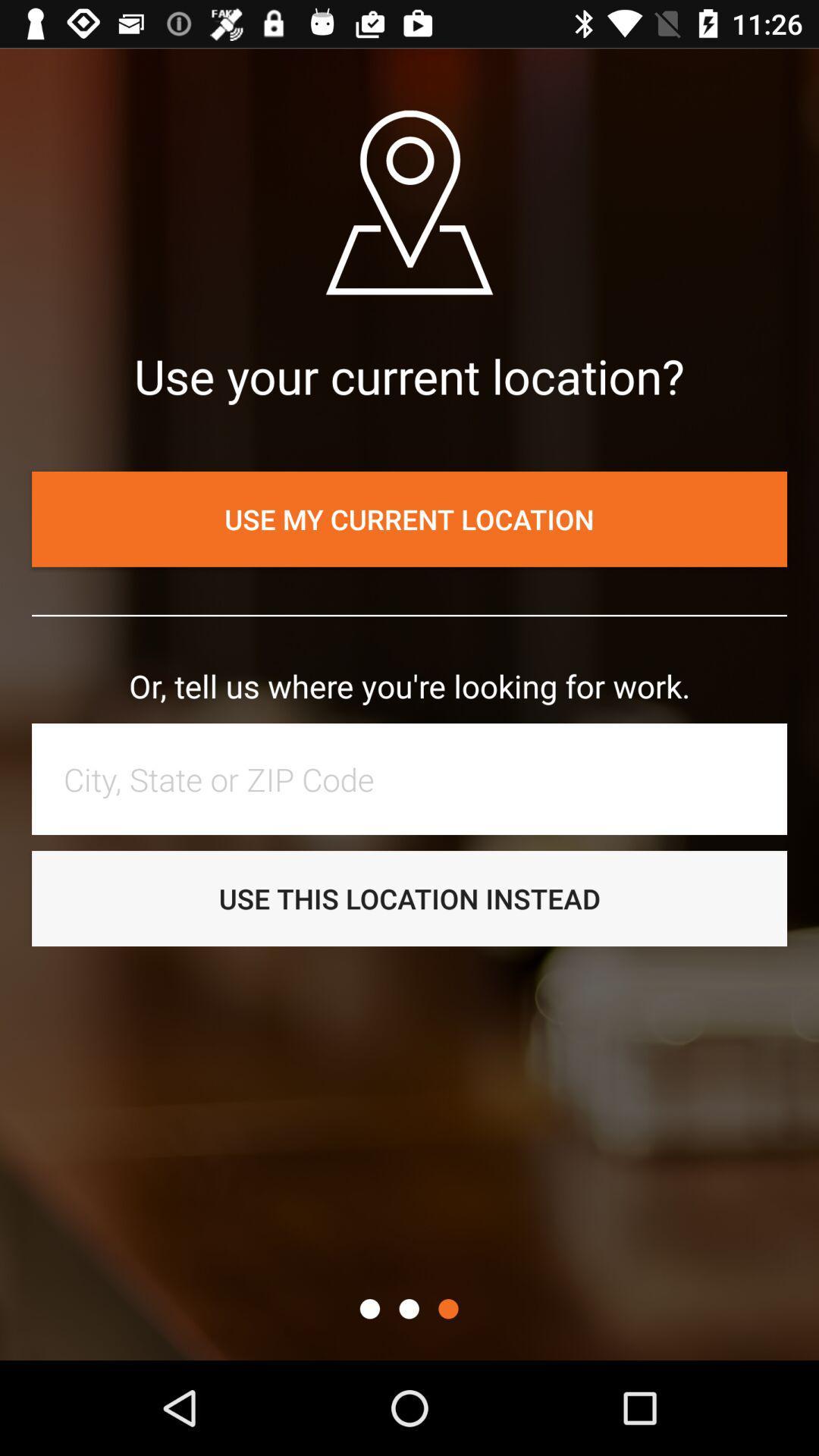 Image resolution: width=819 pixels, height=1456 pixels. Describe the element at coordinates (408, 1308) in the screenshot. I see `the icon below use this location item` at that location.